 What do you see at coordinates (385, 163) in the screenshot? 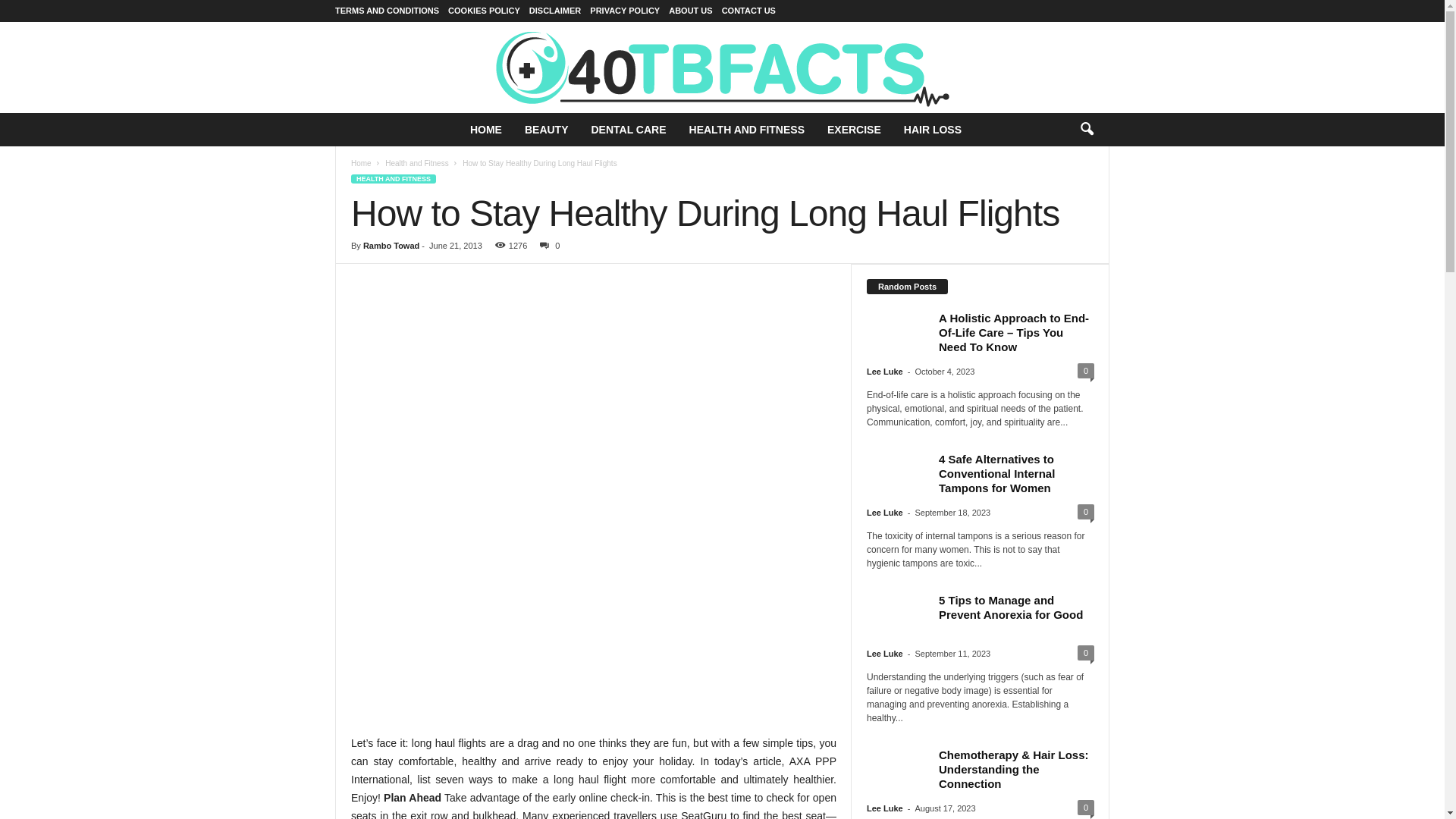
I see `'Health and Fitness'` at bounding box center [385, 163].